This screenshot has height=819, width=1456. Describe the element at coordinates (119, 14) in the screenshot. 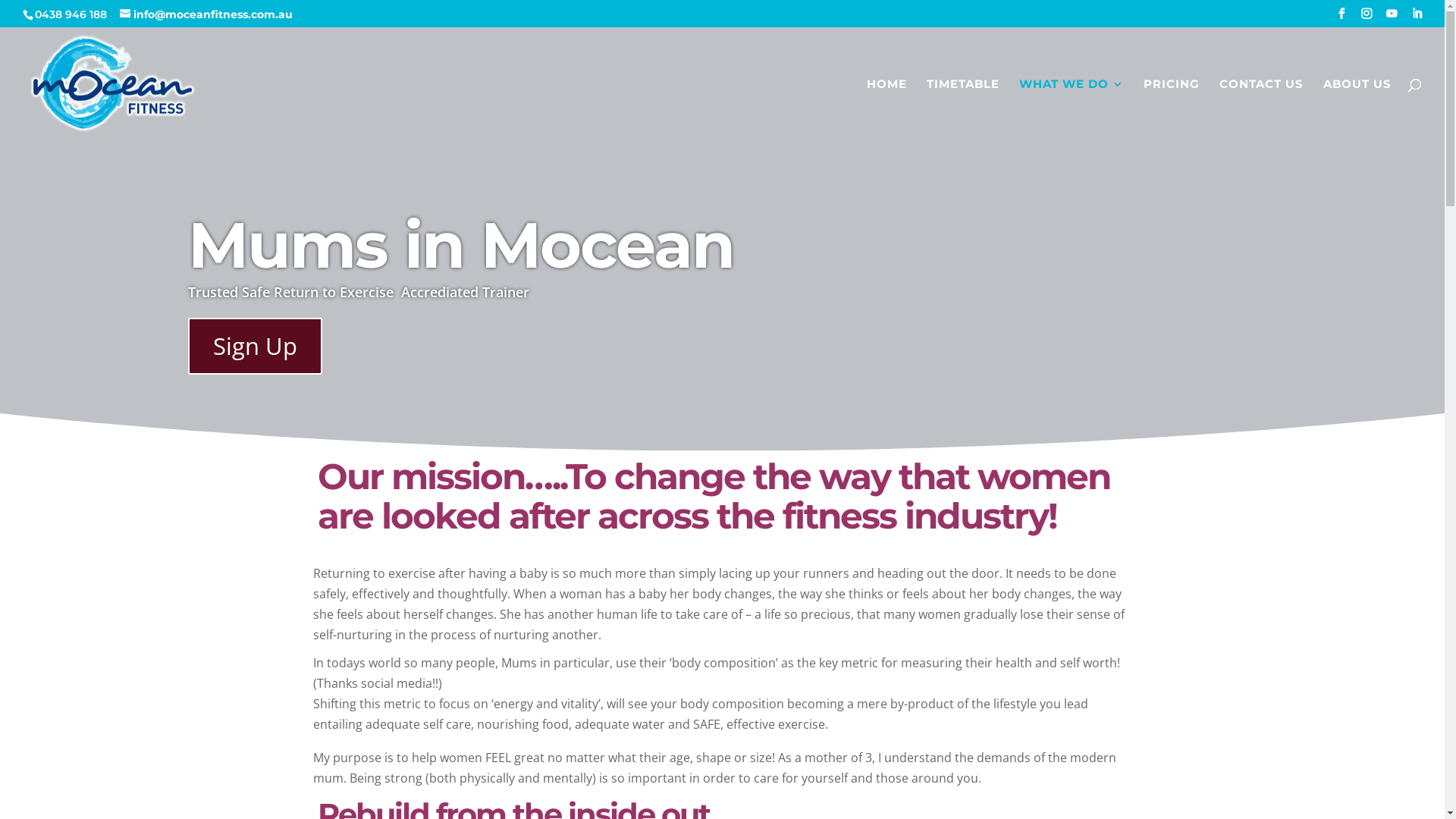

I see `'info@moceanfitness.com.au'` at that location.